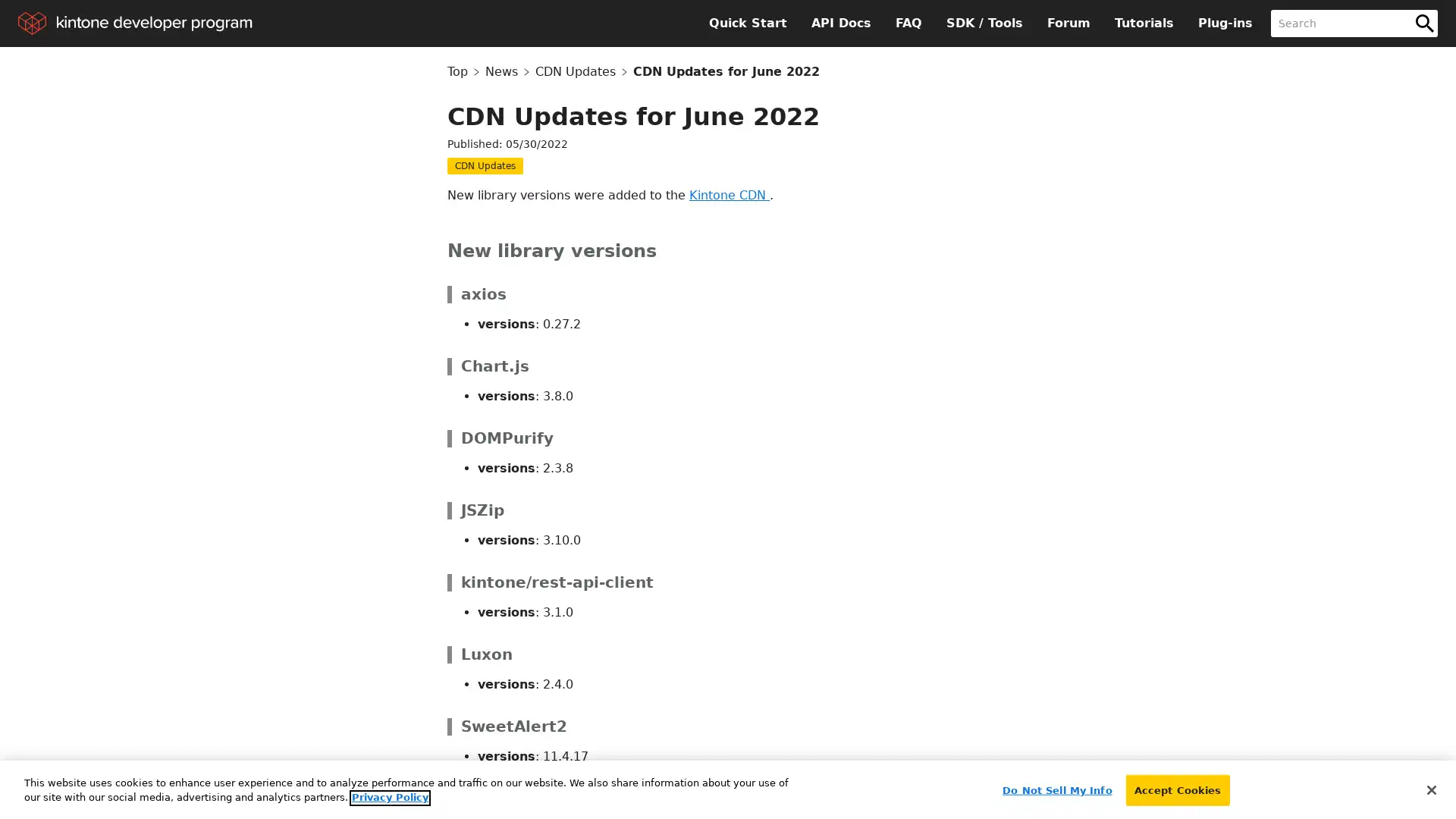 This screenshot has width=1456, height=819. What do you see at coordinates (1056, 786) in the screenshot?
I see `Do Not Sell My Info` at bounding box center [1056, 786].